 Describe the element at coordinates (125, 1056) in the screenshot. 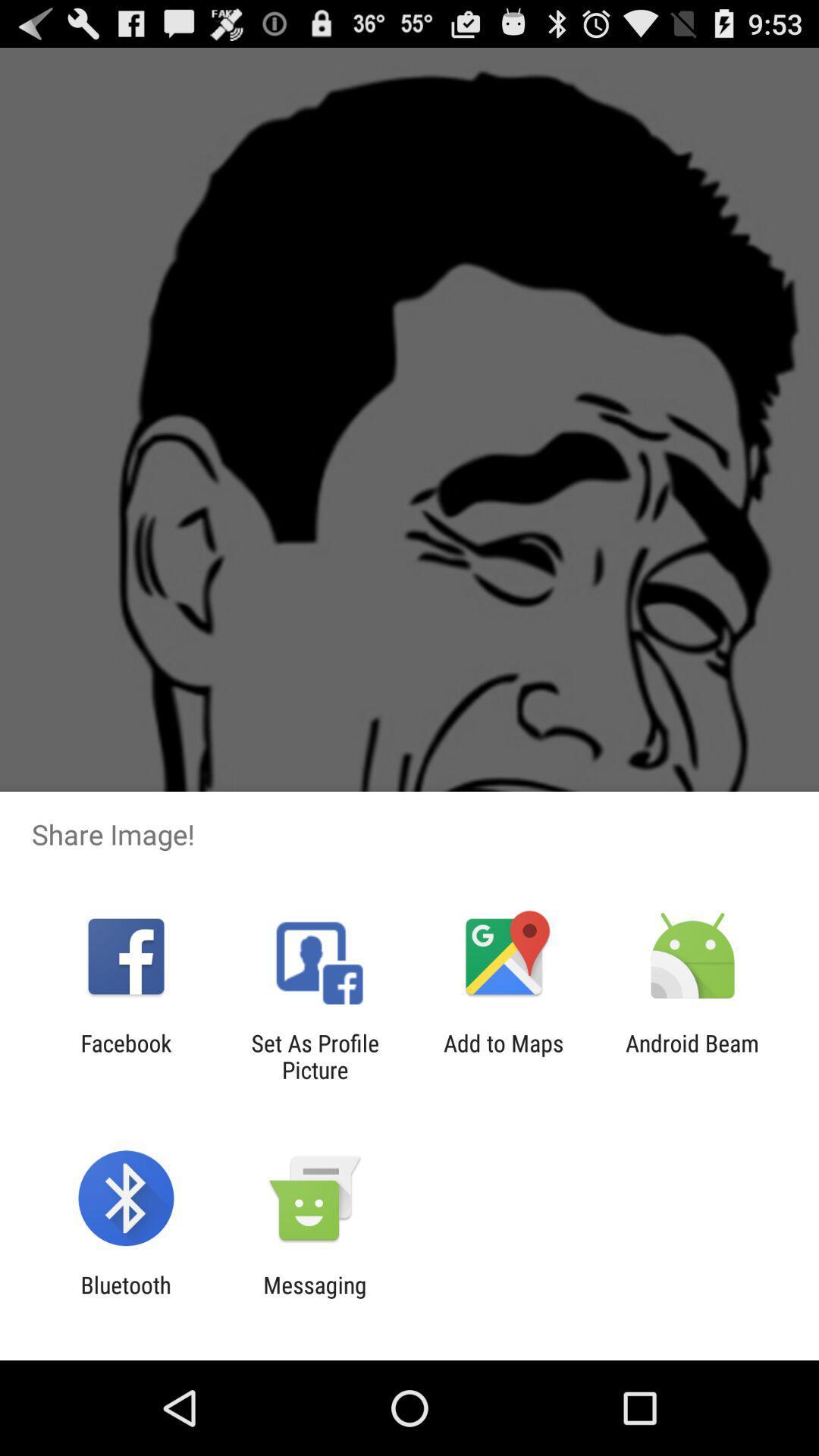

I see `facebook icon` at that location.